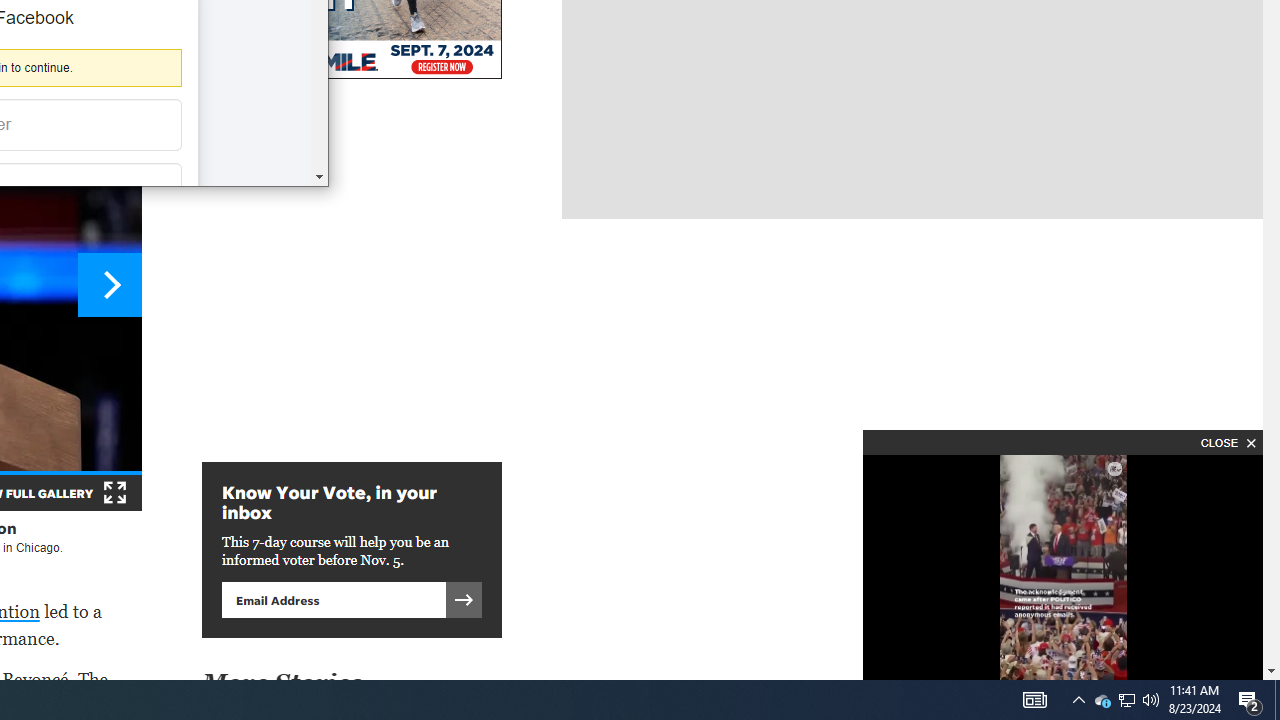 This screenshot has height=720, width=1280. Describe the element at coordinates (1101, 698) in the screenshot. I see `'User Promoted Notification Area'` at that location.